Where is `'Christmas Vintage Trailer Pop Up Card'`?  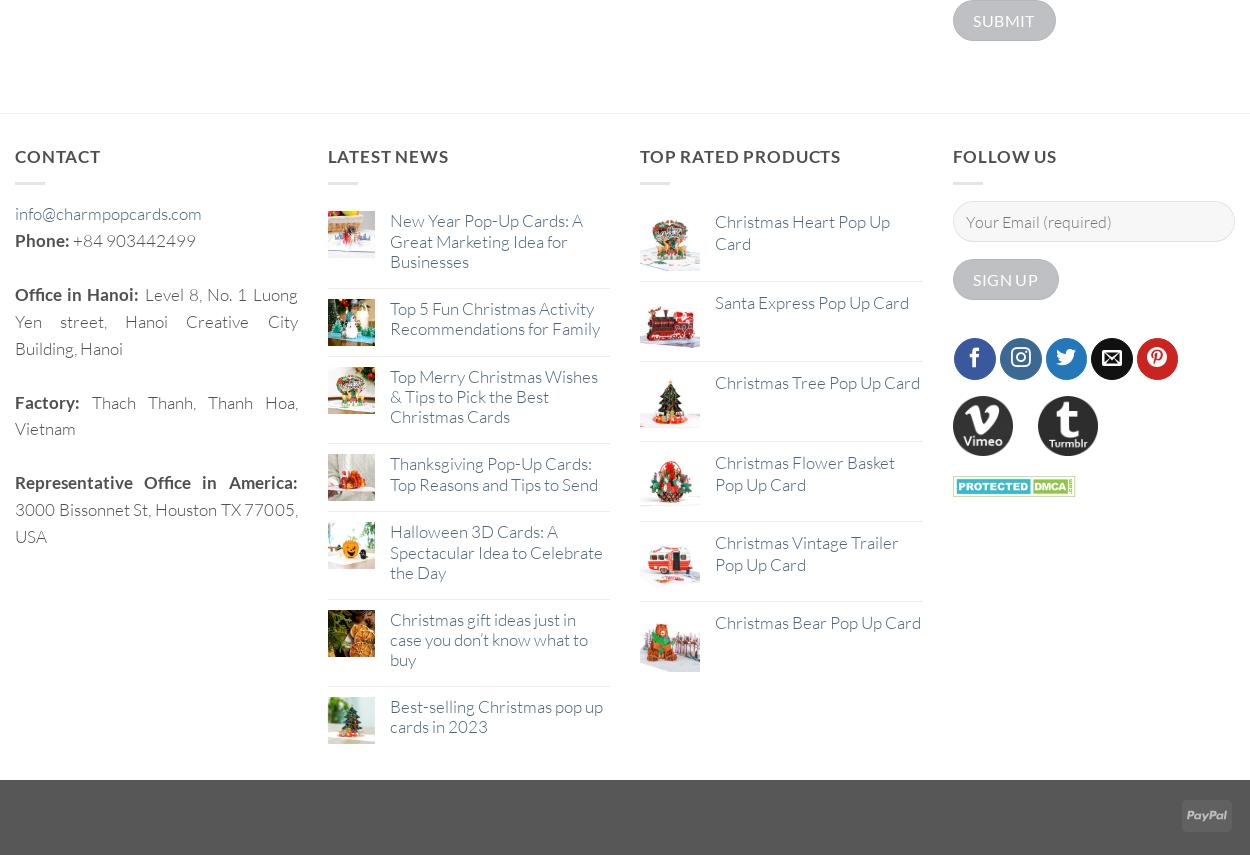 'Christmas Vintage Trailer Pop Up Card' is located at coordinates (806, 553).